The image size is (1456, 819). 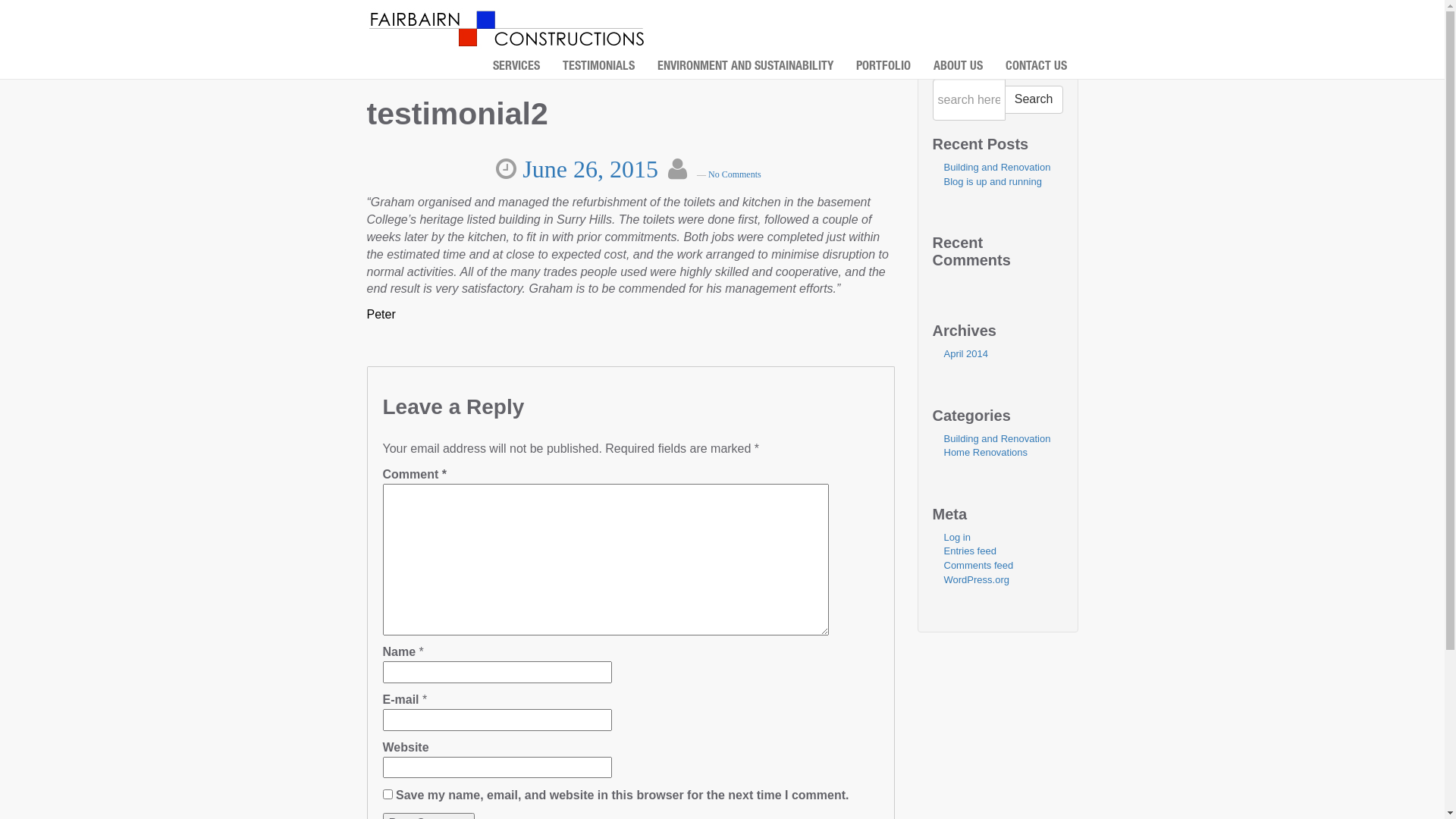 I want to click on 'Log in', so click(x=955, y=536).